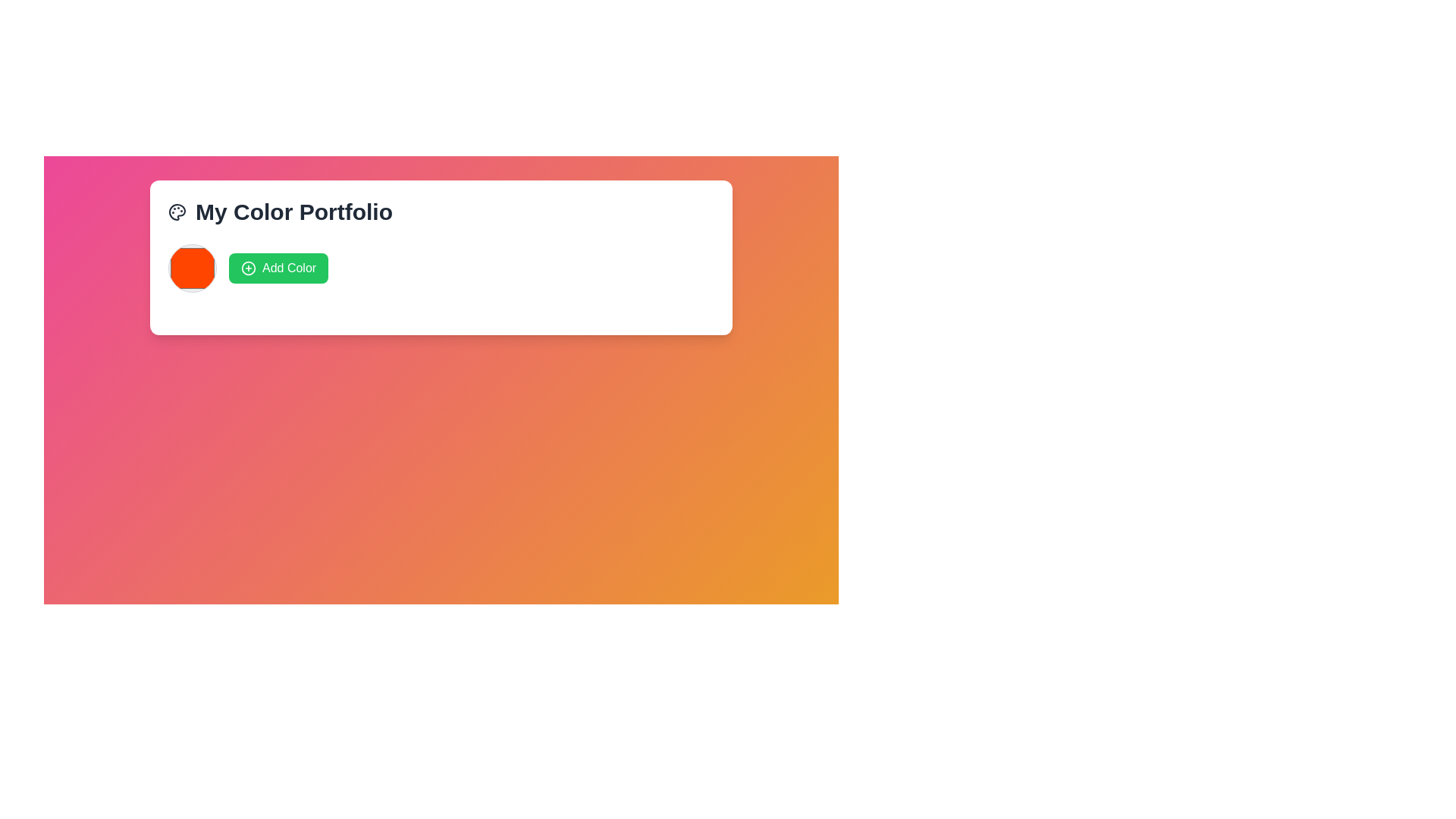 Image resolution: width=1456 pixels, height=819 pixels. Describe the element at coordinates (278, 268) in the screenshot. I see `the green 'Add Color' button with white text and a circular icon with a plus sign` at that location.